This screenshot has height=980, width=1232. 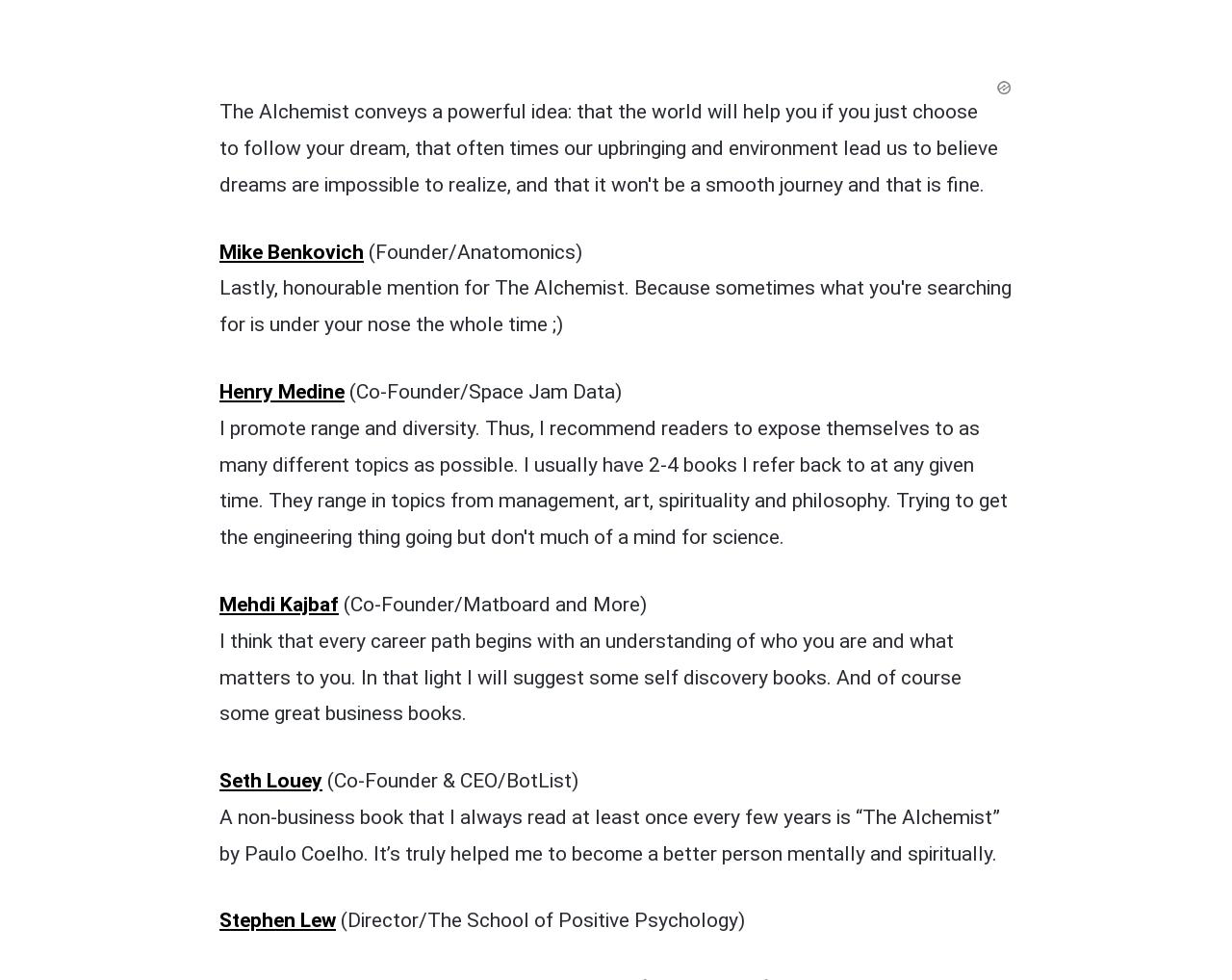 What do you see at coordinates (539, 519) in the screenshot?
I see `'(Director/The School of Positive Psychology)'` at bounding box center [539, 519].